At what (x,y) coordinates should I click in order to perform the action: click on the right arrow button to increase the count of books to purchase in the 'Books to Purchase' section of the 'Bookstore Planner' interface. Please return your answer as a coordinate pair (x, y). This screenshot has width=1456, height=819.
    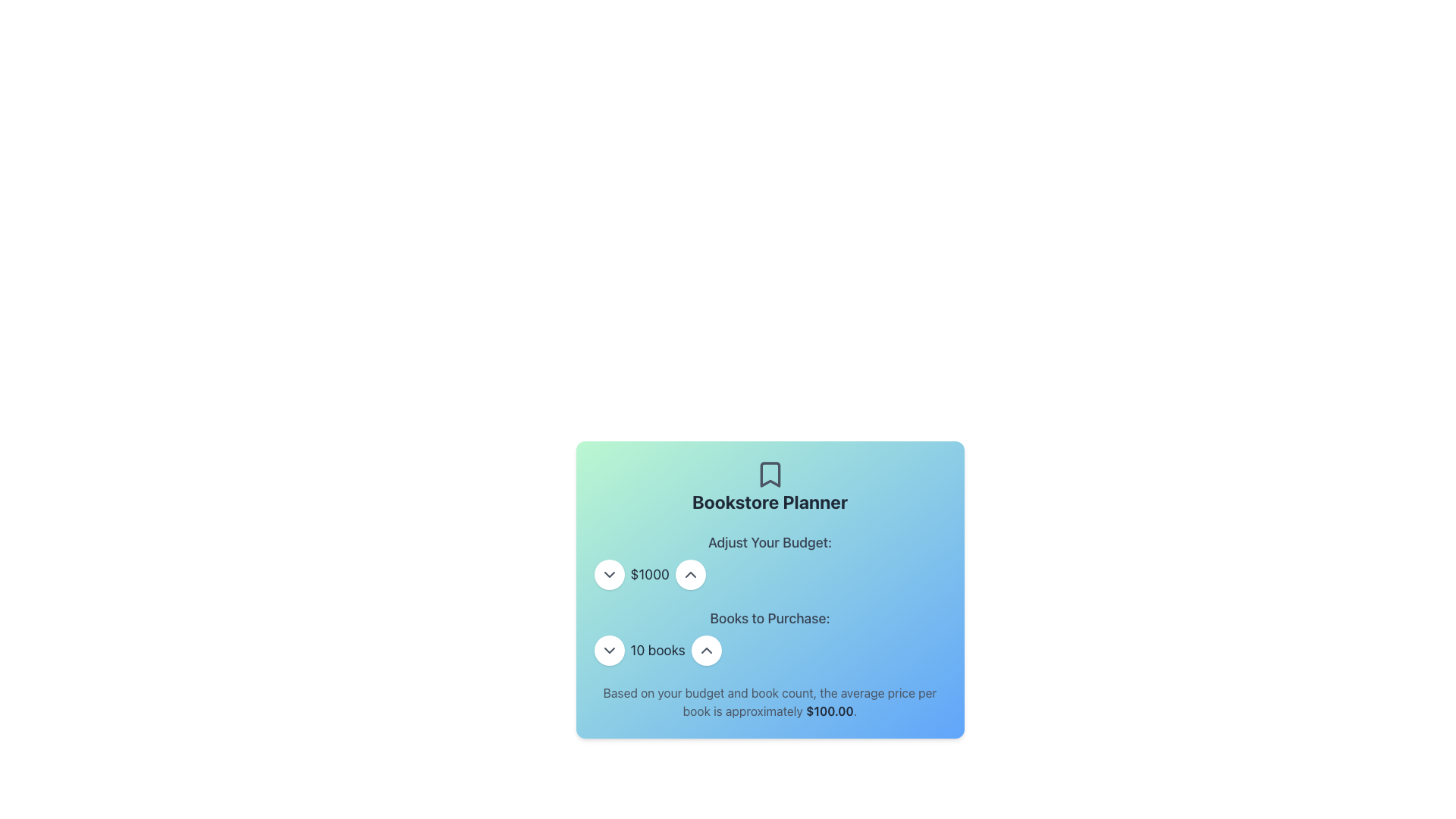
    Looking at the image, I should click on (770, 649).